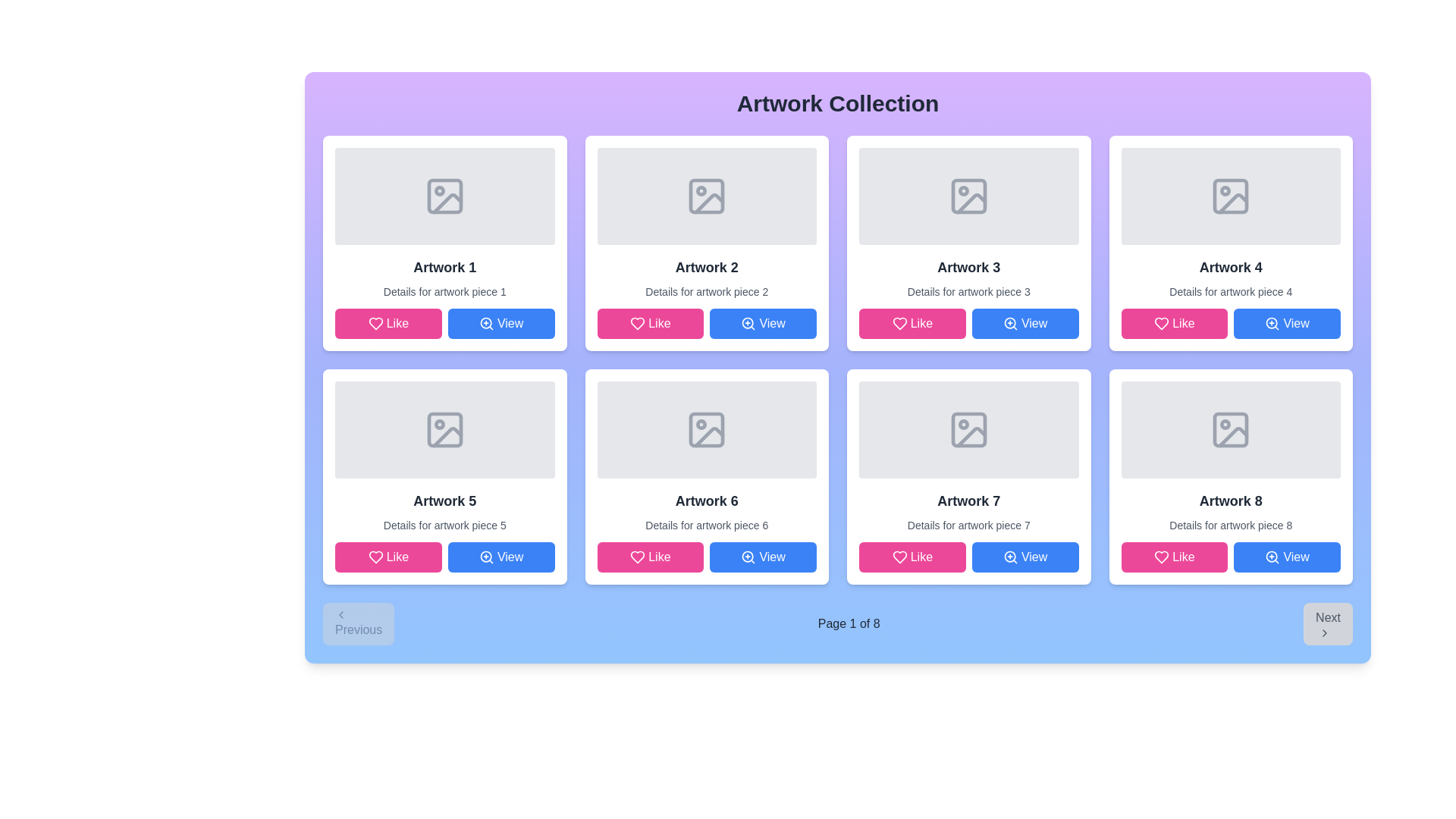 The image size is (1456, 819). Describe the element at coordinates (836, 103) in the screenshot. I see `the title or heading text element located centrally at the top of the interface, which serves as the visual identifier for the page content` at that location.